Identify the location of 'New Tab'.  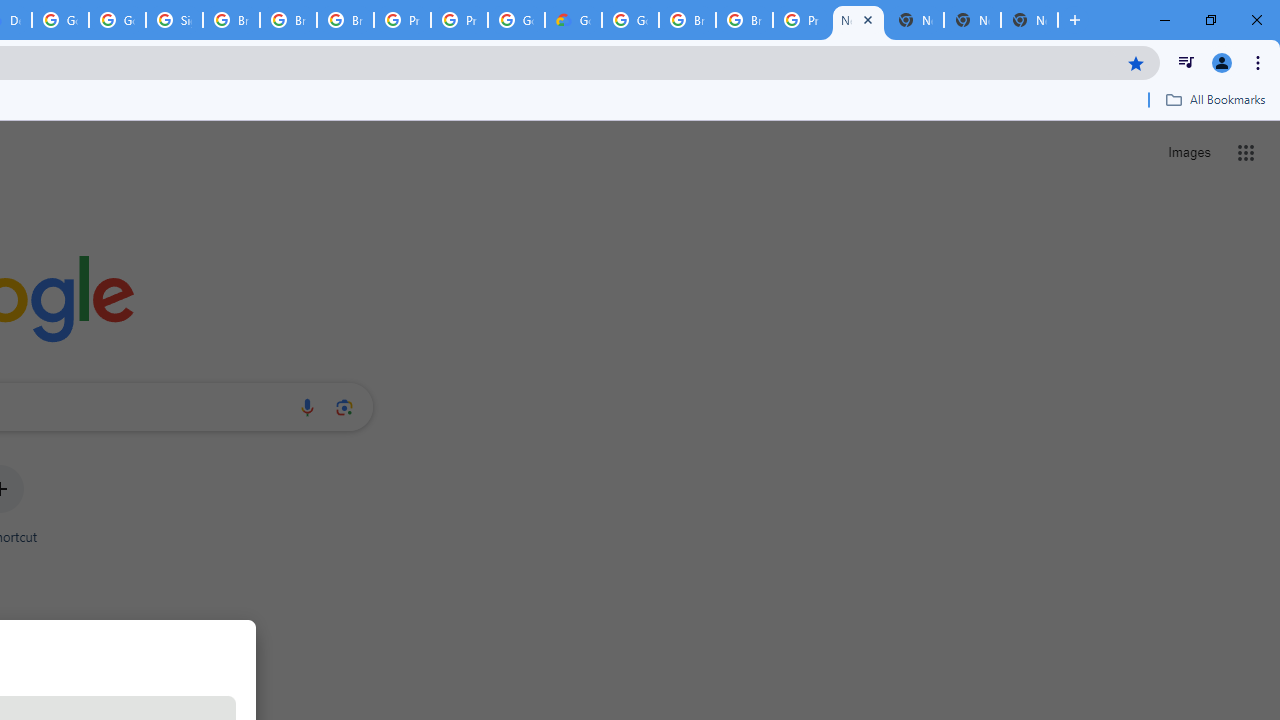
(1029, 20).